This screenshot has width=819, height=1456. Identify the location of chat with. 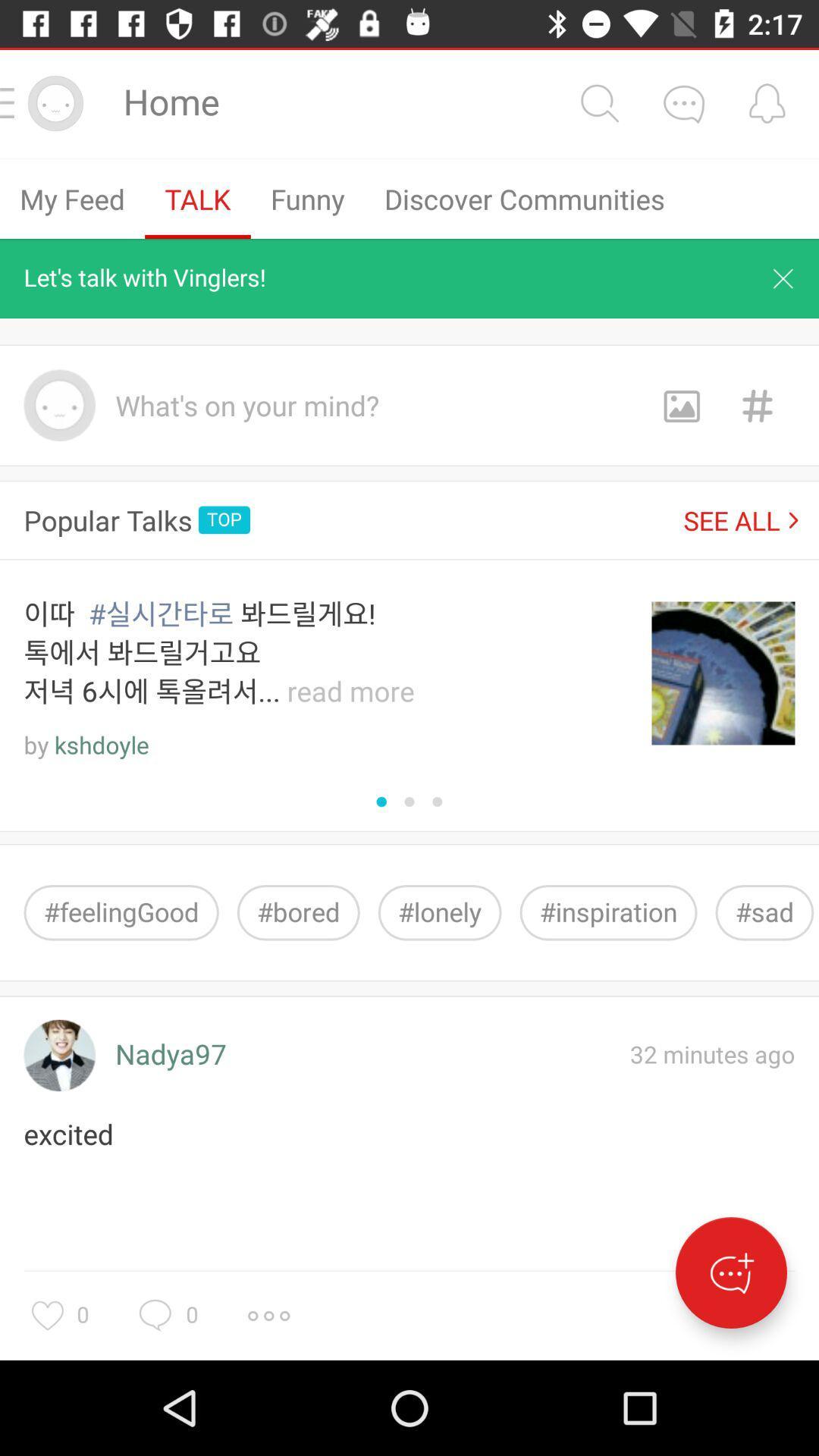
(683, 102).